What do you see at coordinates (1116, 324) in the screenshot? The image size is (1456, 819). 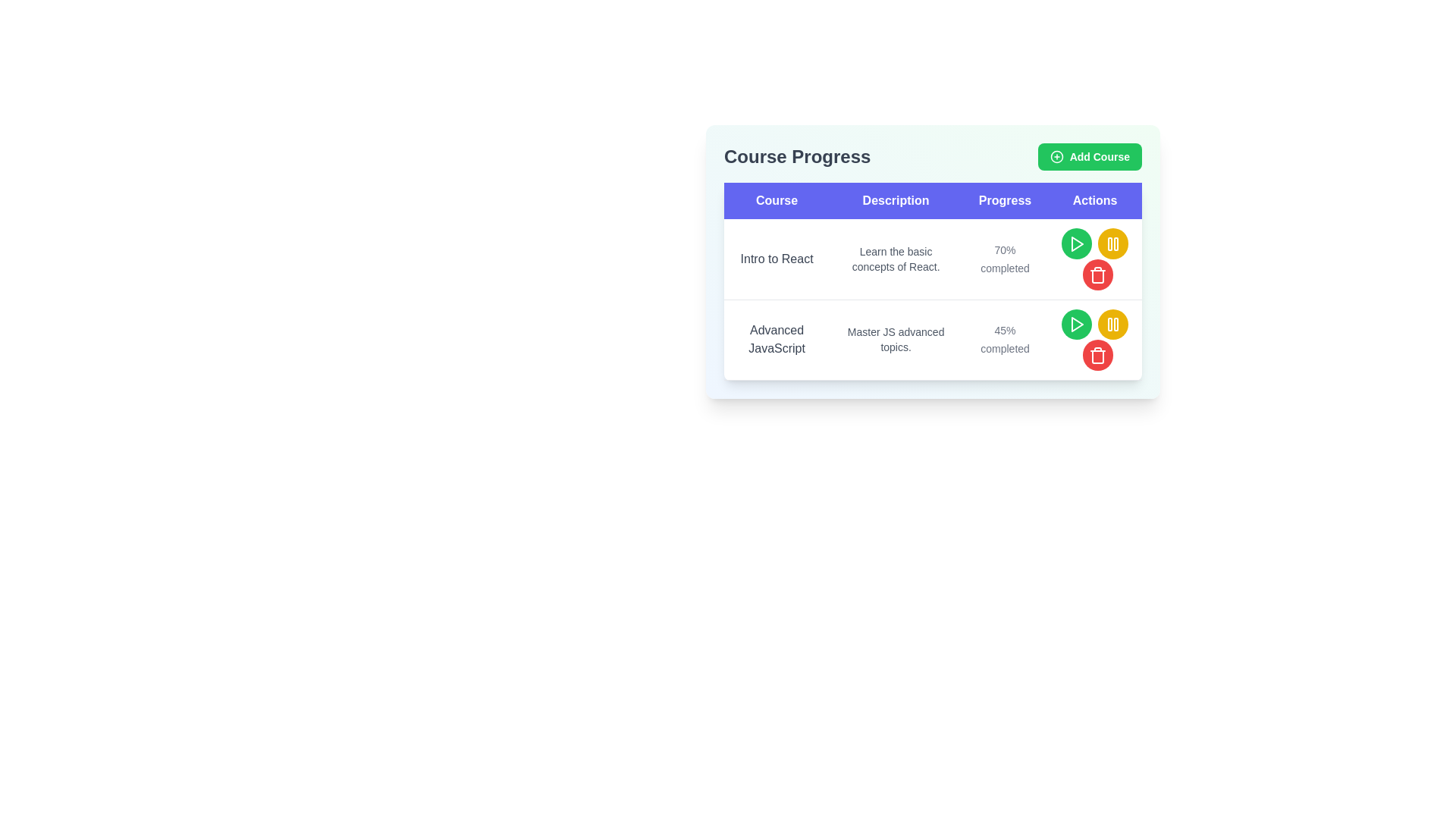 I see `the second vertical bar of the Pause button icon located in the Actions column` at bounding box center [1116, 324].